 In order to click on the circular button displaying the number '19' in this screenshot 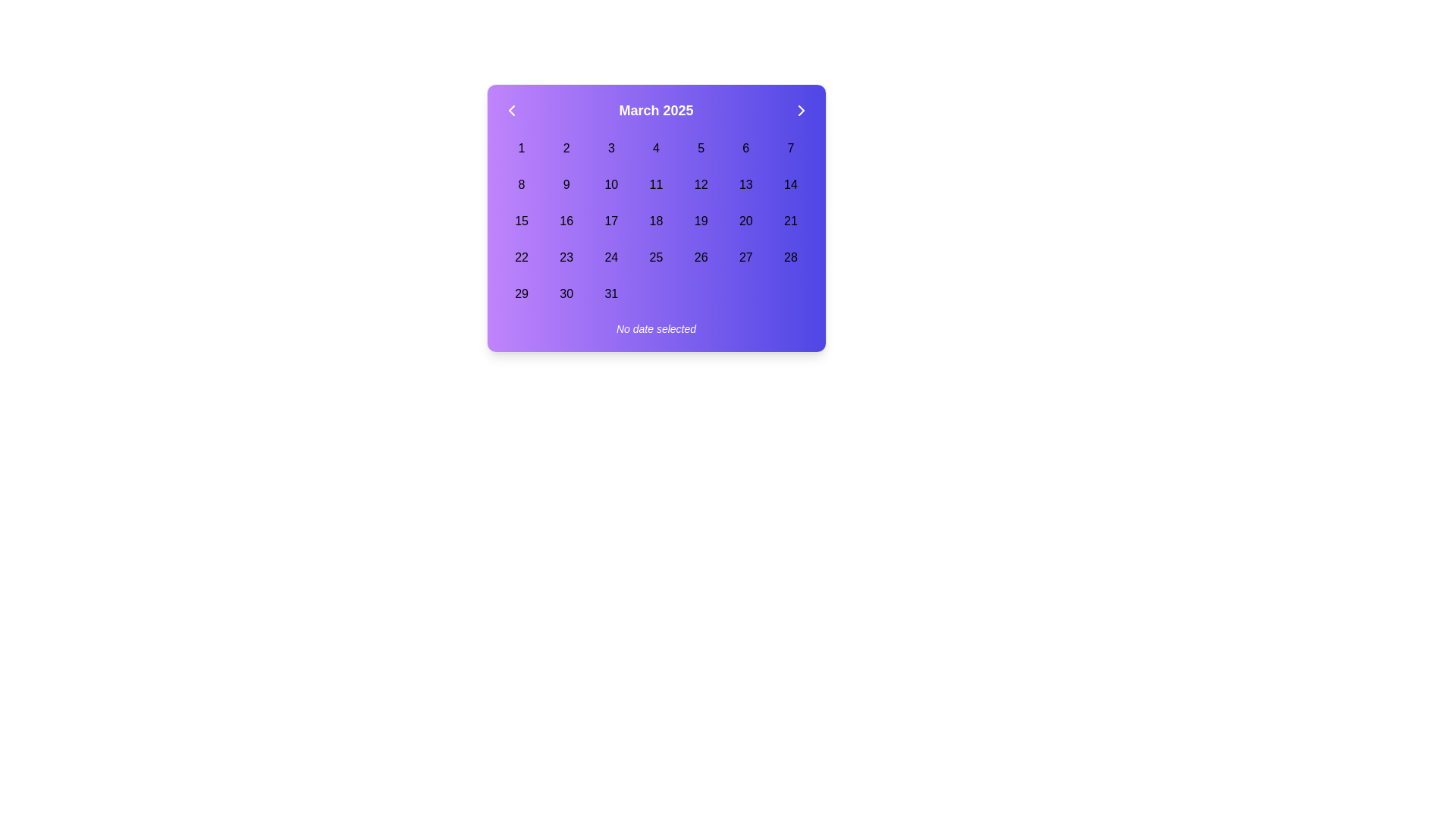, I will do `click(700, 221)`.